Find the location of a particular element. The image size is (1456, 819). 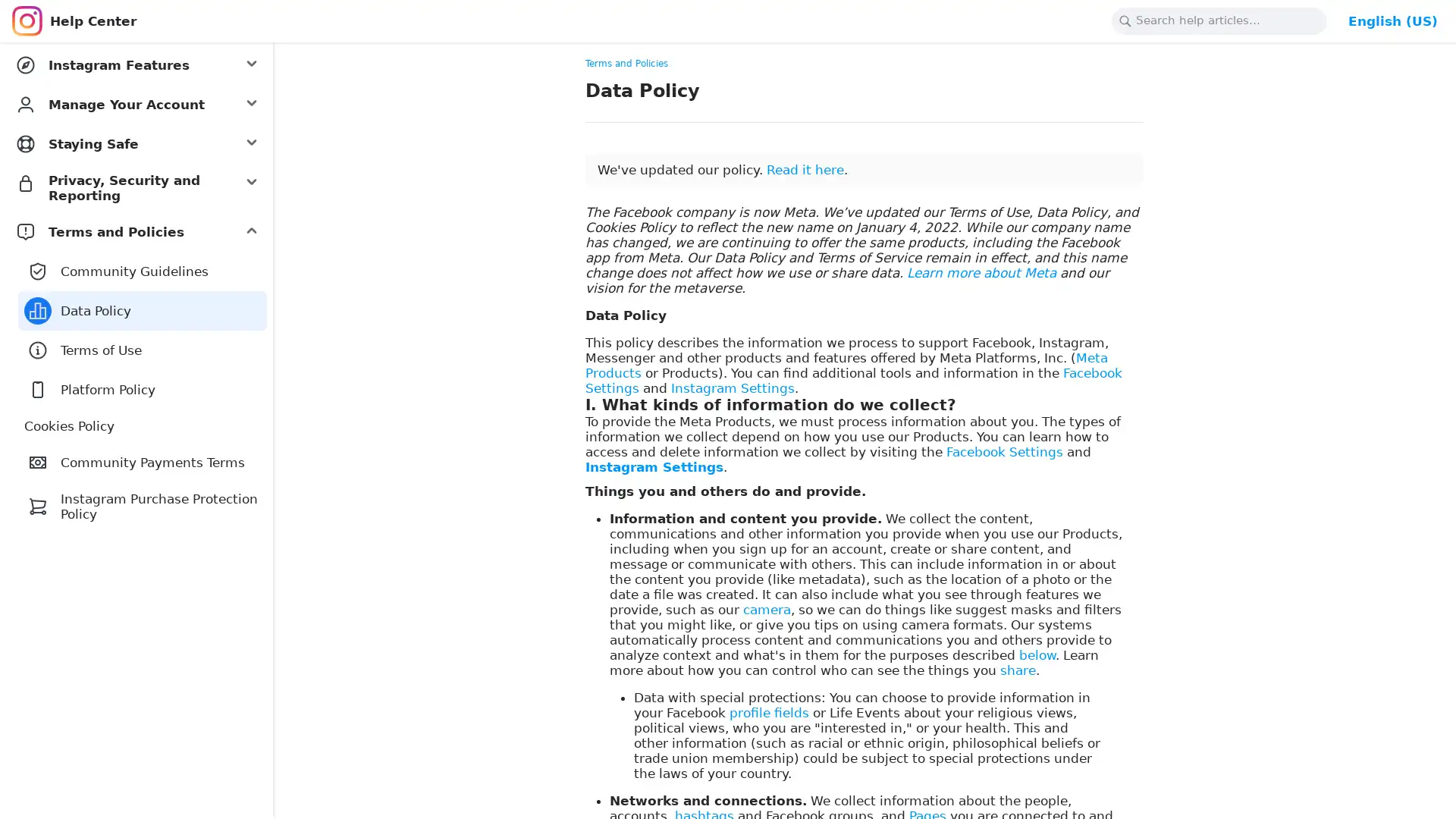

No is located at coordinates (1346, 745).